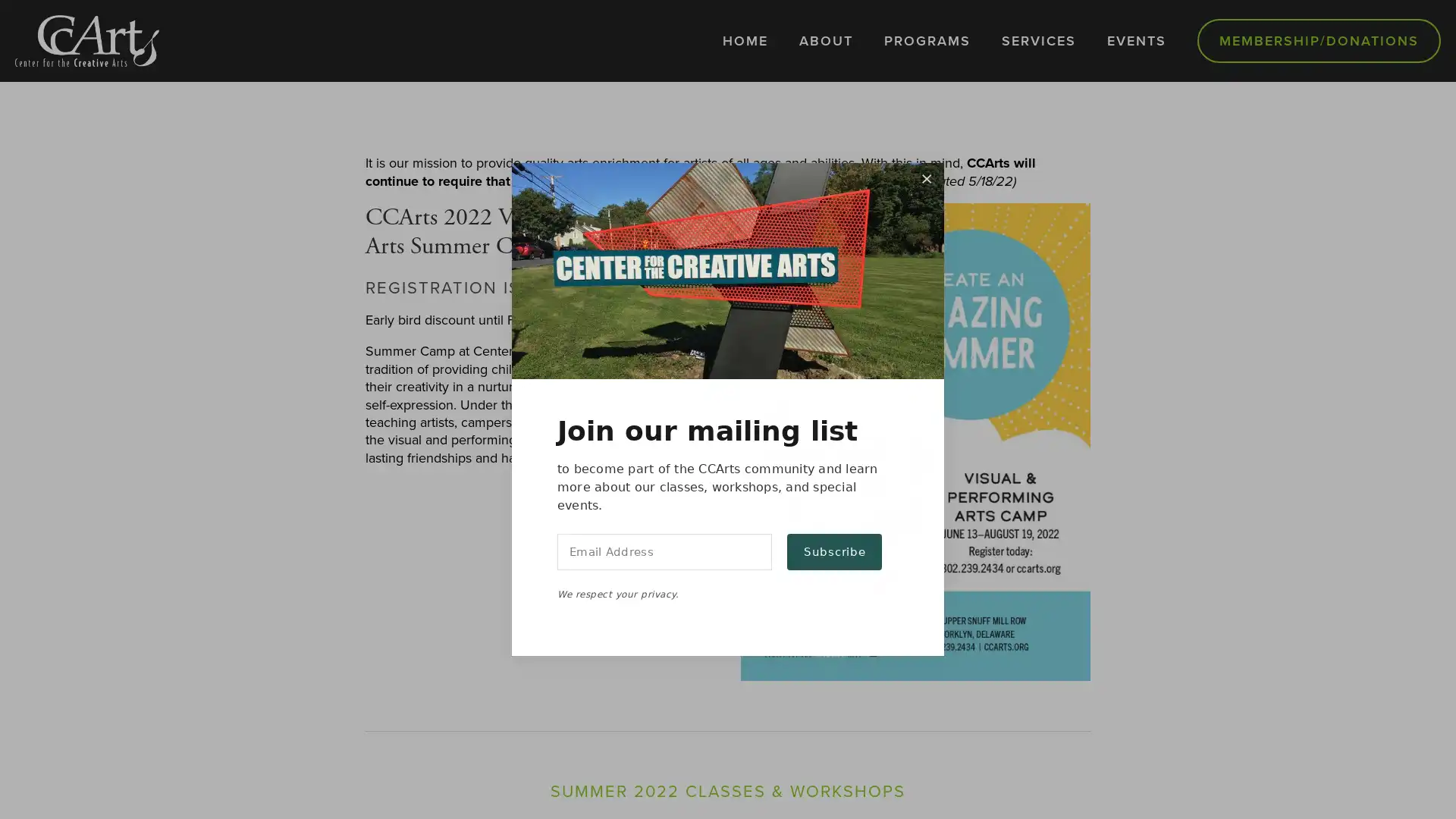  Describe the element at coordinates (833, 552) in the screenshot. I see `Subscribe` at that location.